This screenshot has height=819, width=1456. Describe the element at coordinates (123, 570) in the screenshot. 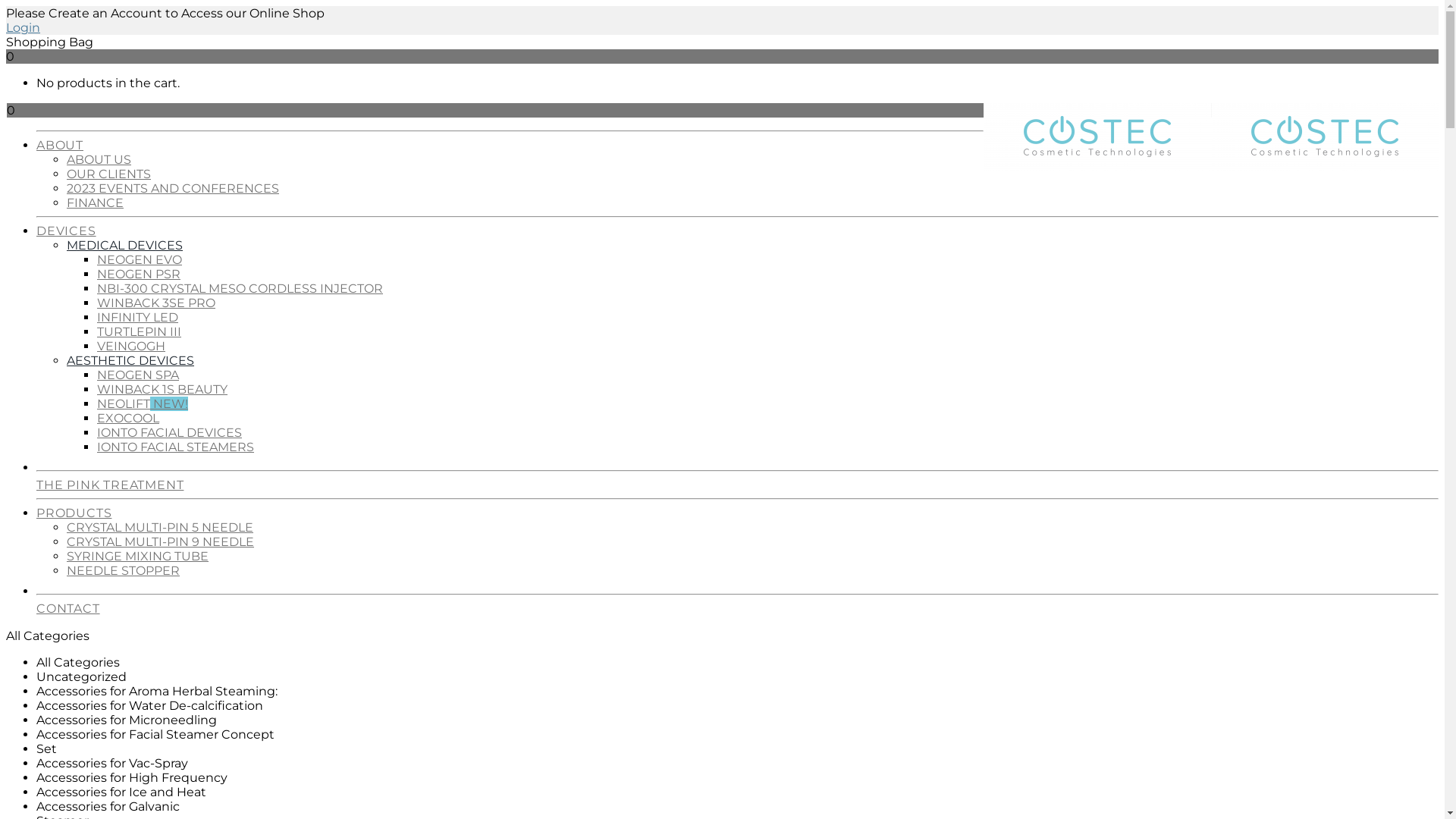

I see `'NEEDLE STOPPER'` at that location.